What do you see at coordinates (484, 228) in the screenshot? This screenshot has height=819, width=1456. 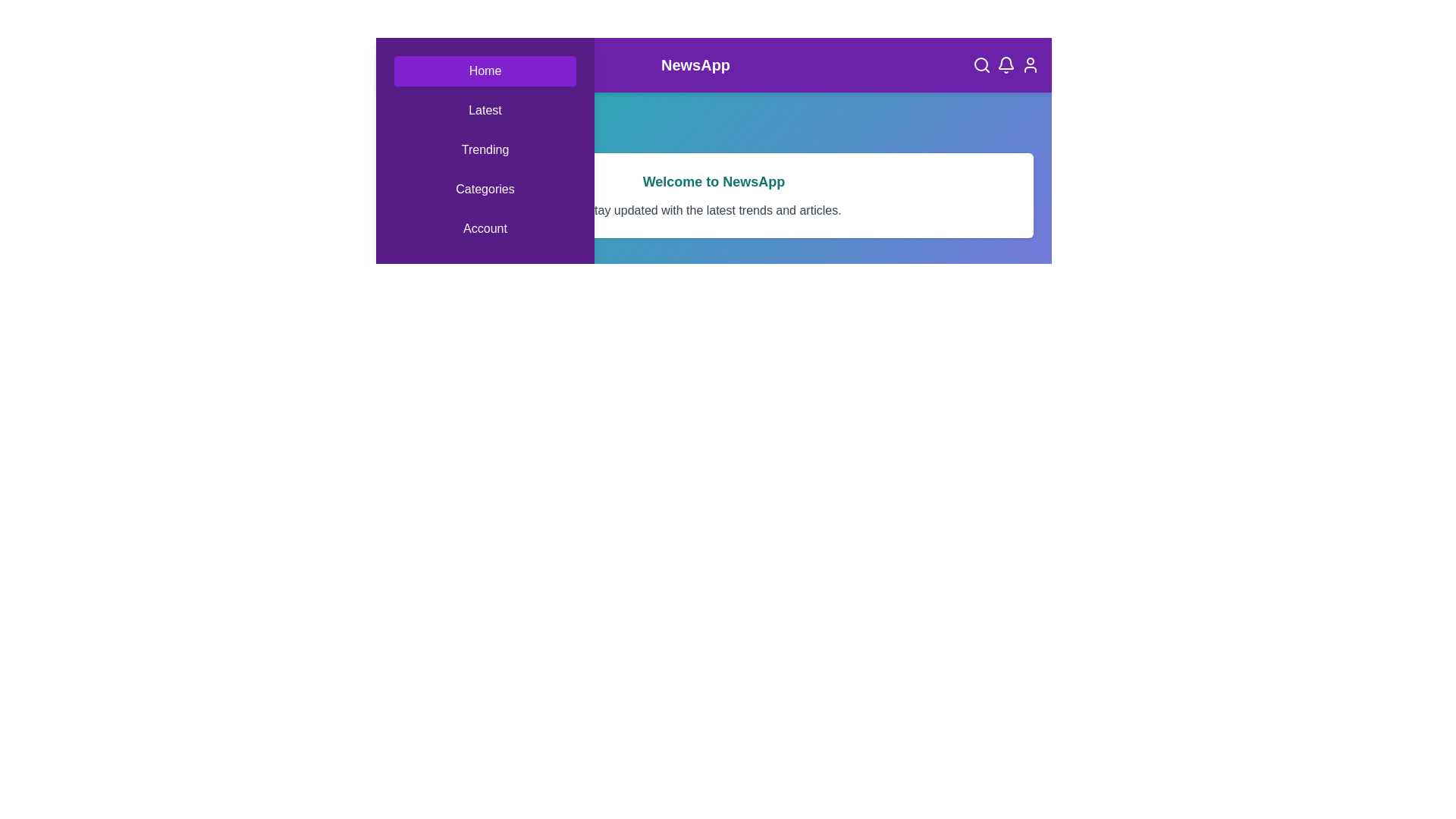 I see `the Account navigation tab` at bounding box center [484, 228].